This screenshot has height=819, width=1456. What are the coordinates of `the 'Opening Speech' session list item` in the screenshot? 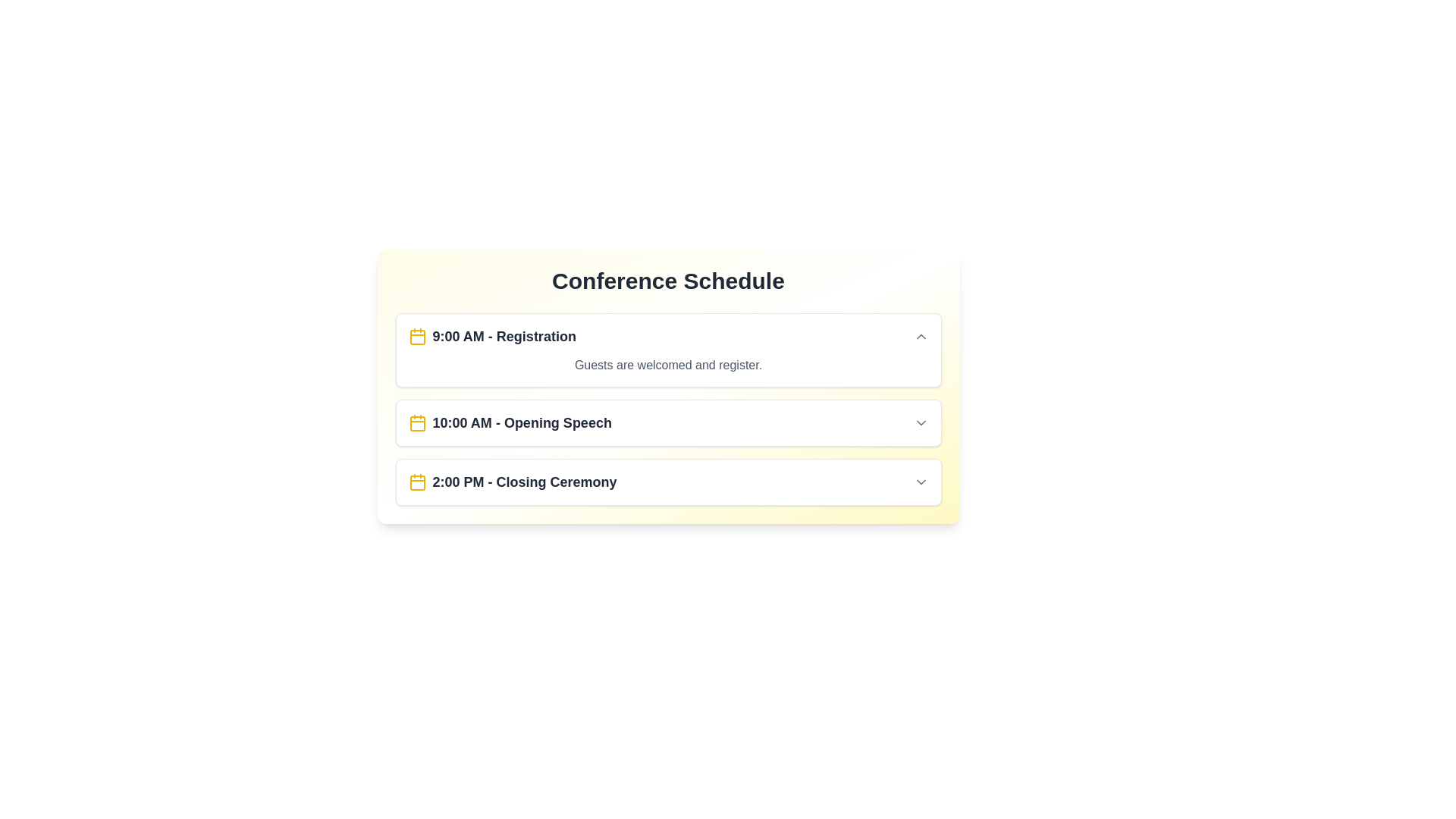 It's located at (667, 423).